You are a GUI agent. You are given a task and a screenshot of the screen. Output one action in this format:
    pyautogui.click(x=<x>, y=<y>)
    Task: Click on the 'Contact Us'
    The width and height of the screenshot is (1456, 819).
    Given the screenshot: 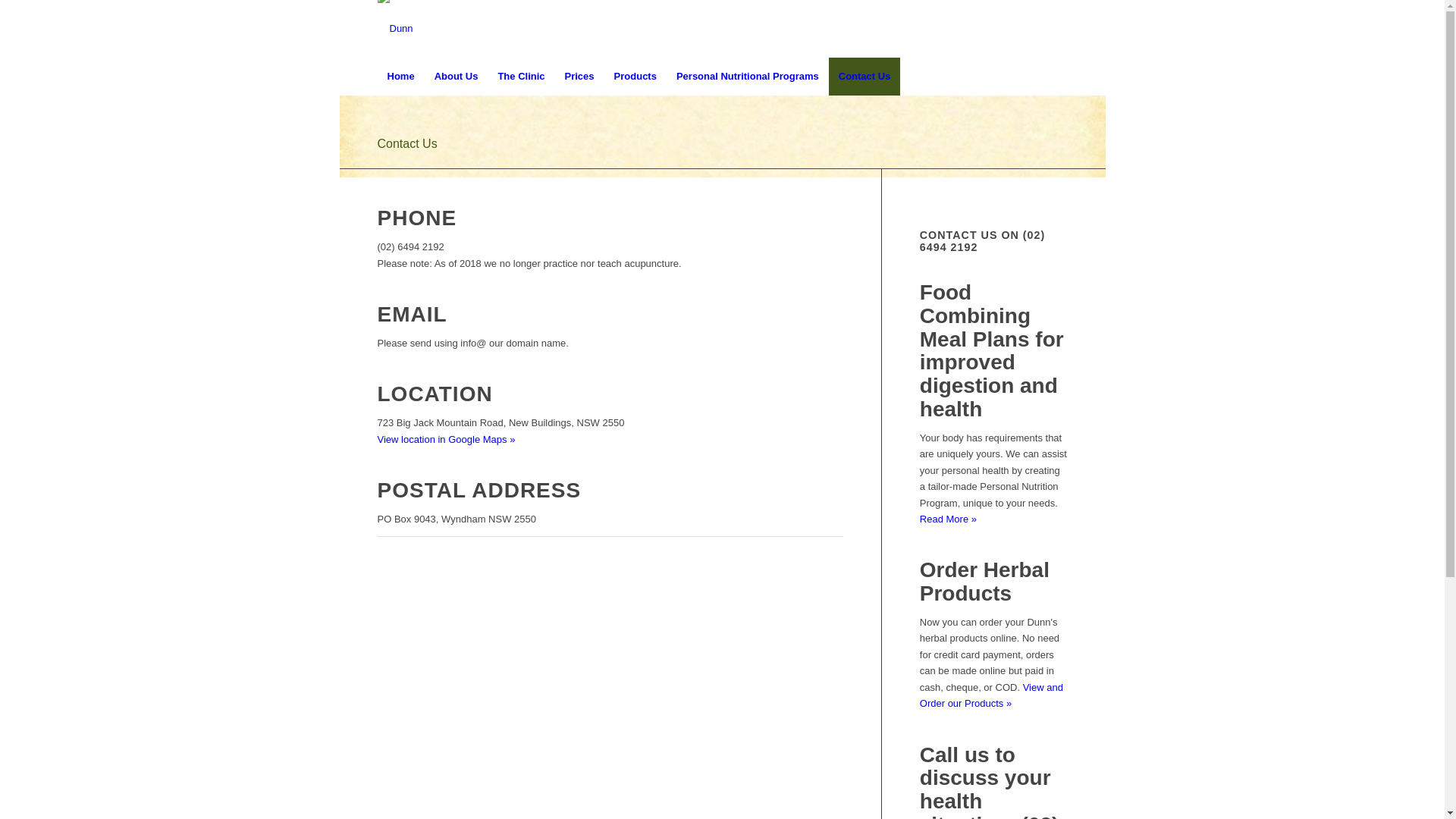 What is the action you would take?
    pyautogui.click(x=864, y=76)
    